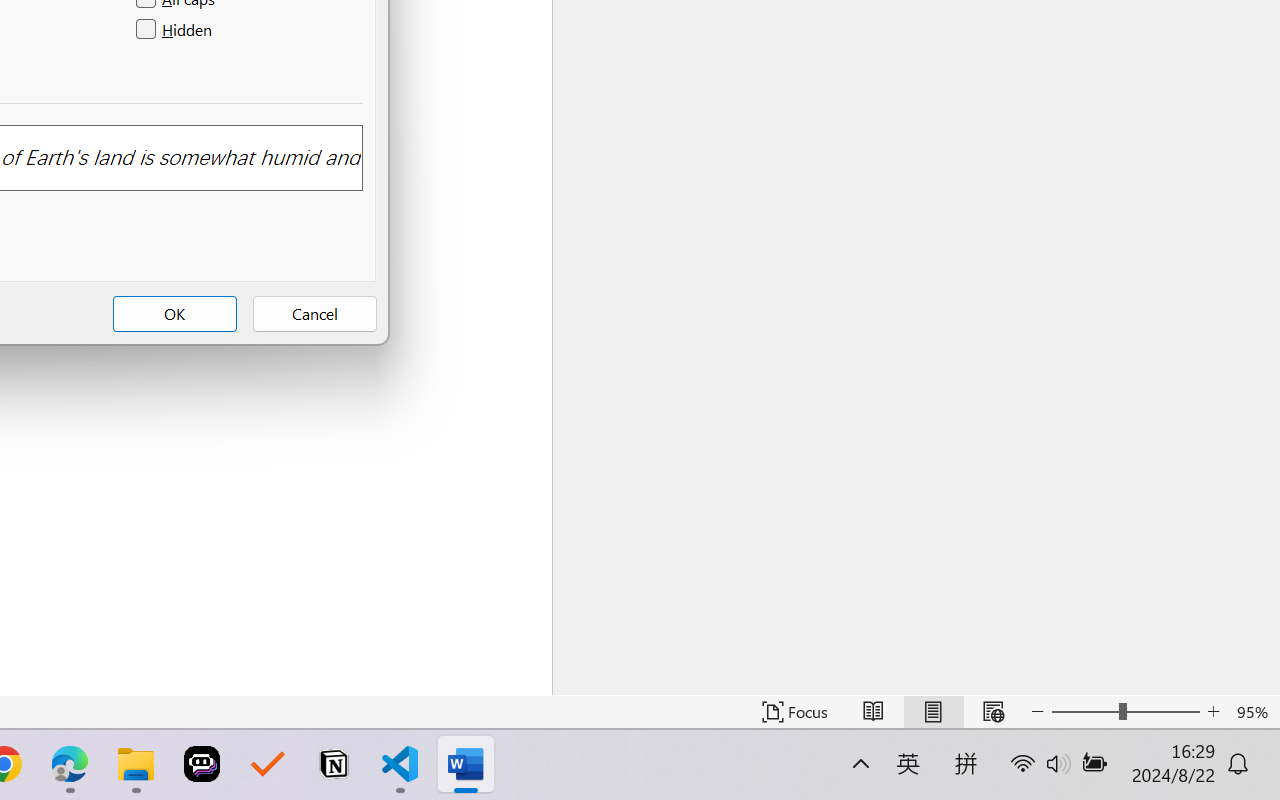  What do you see at coordinates (176, 30) in the screenshot?
I see `'Hidden'` at bounding box center [176, 30].